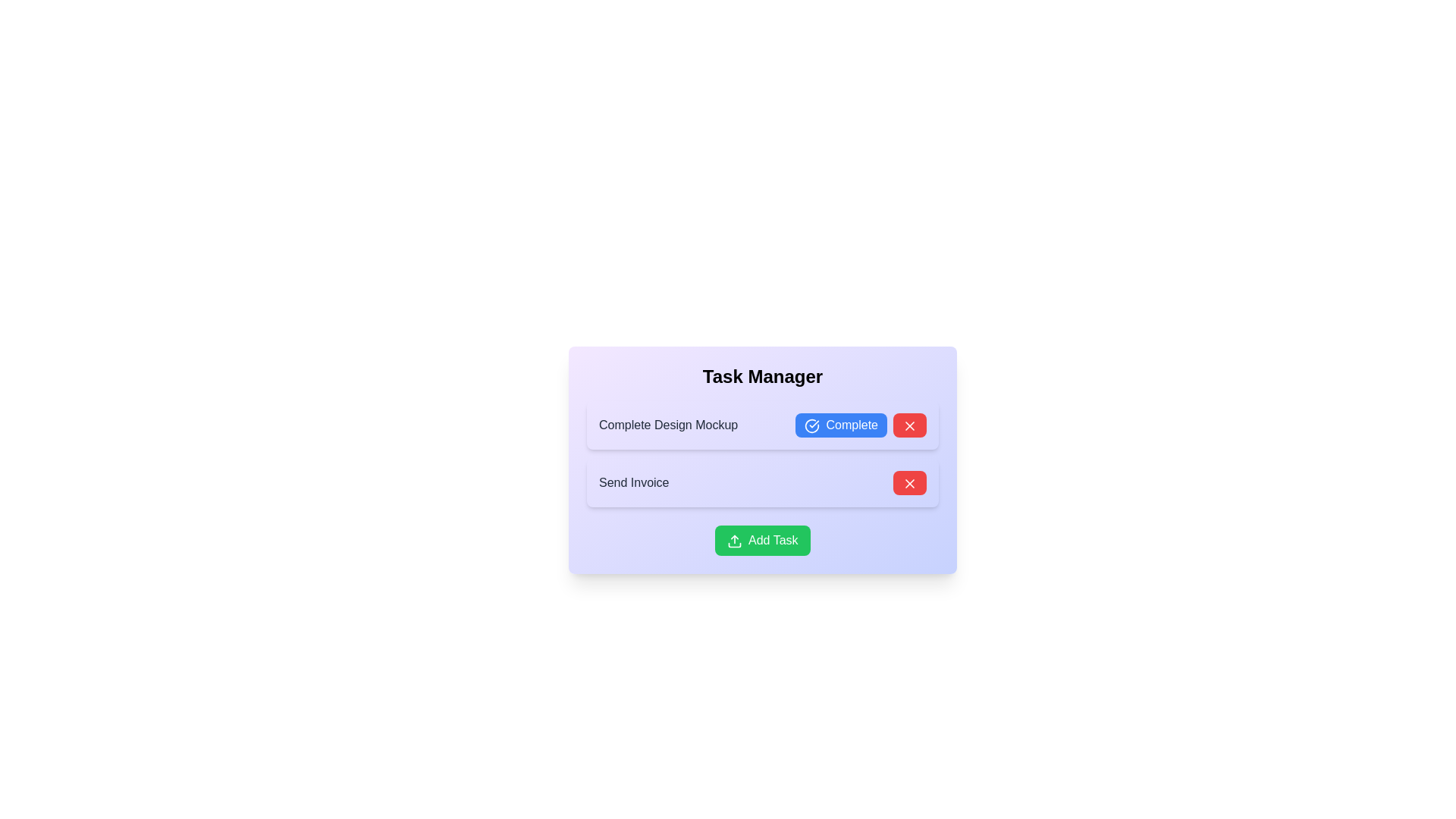 The width and height of the screenshot is (1456, 819). I want to click on the small green icon depicting an upward-pointing arrow located to the left of the 'Add Task' text on the green button, so click(735, 540).